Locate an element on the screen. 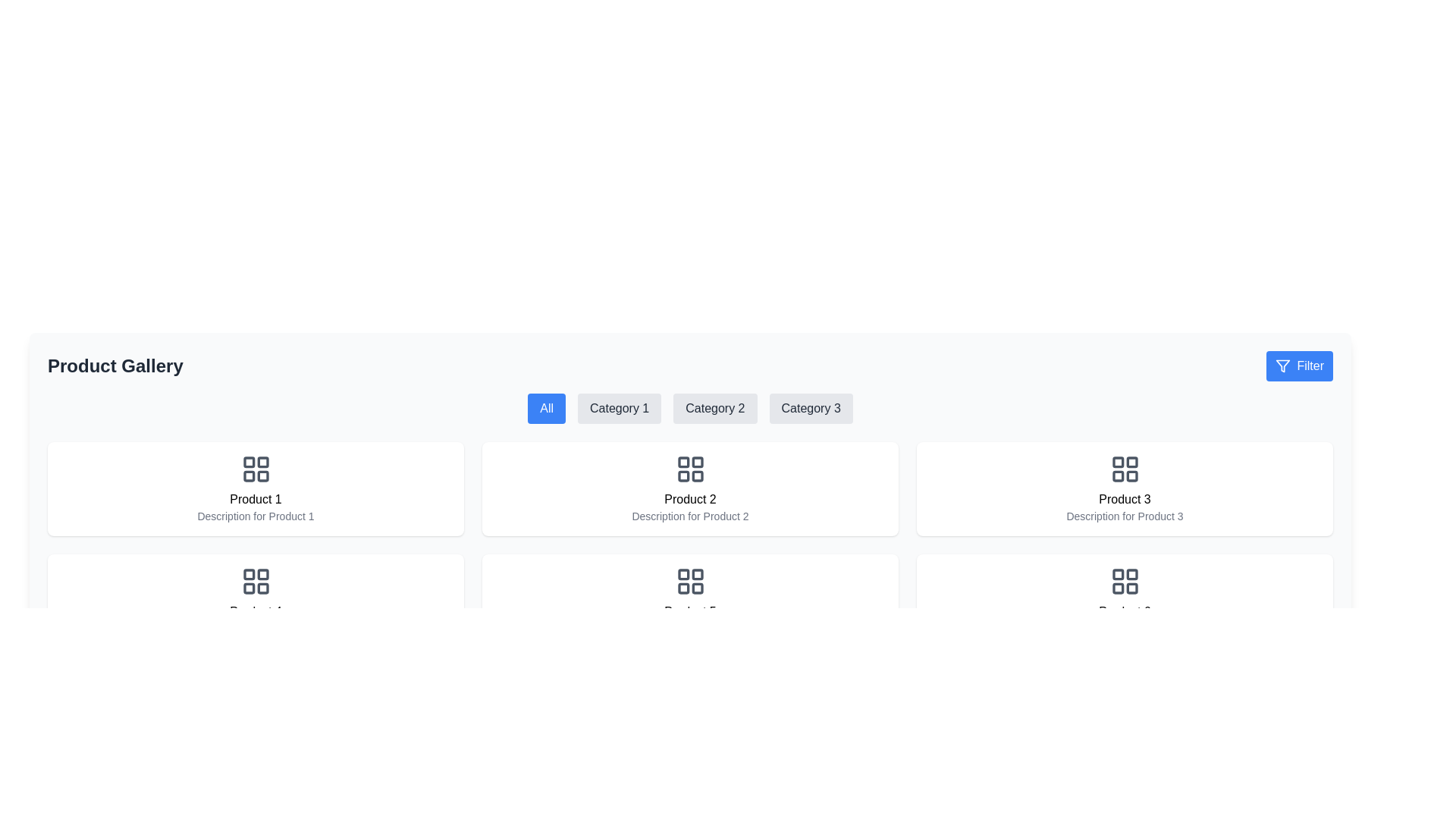 The image size is (1456, 819). the bottom-left square icon in the 2x2 grid that visually represents 'Product 4' is located at coordinates (1118, 588).